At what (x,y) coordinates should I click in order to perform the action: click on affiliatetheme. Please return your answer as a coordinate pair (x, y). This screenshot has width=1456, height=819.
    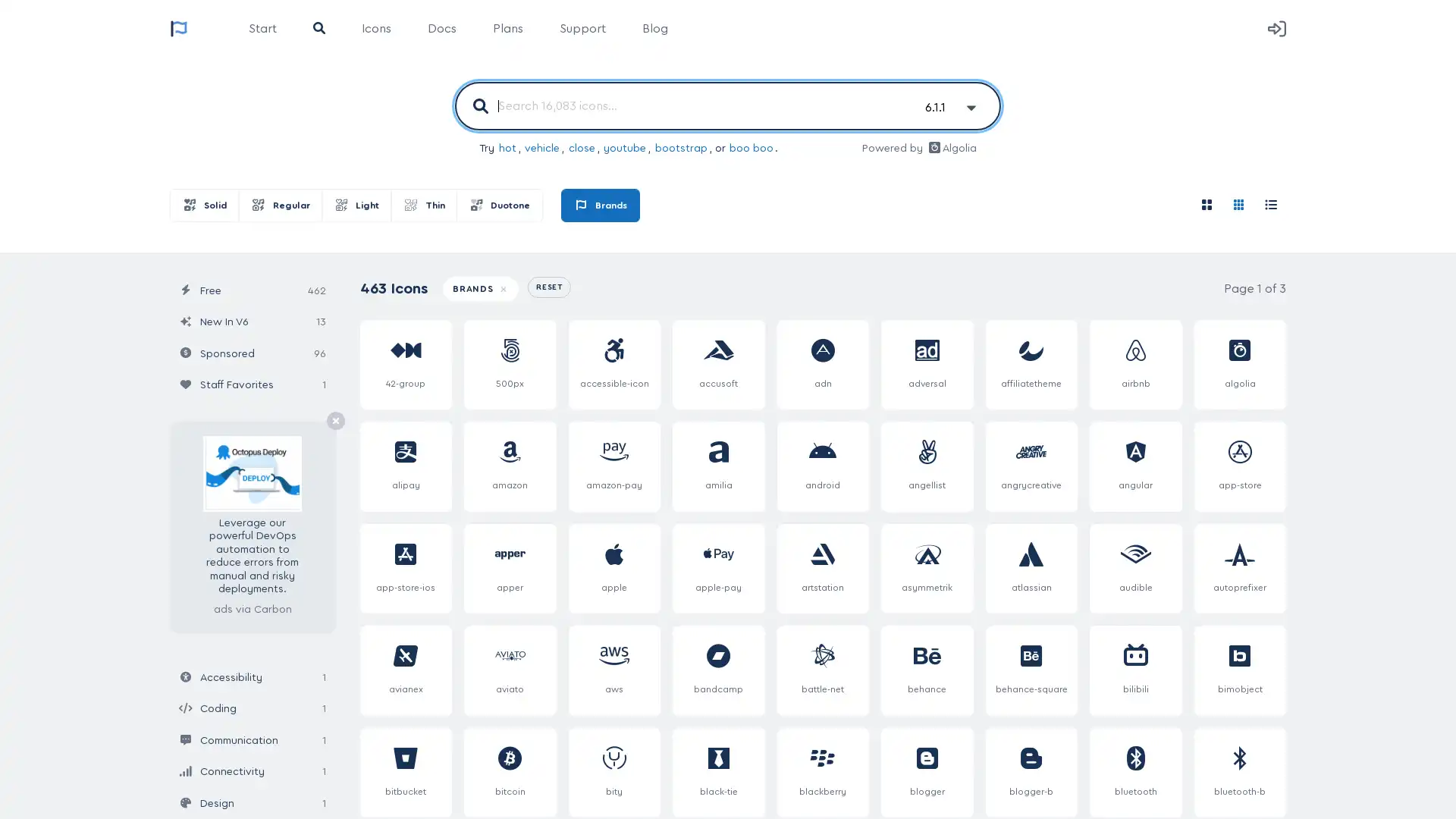
    Looking at the image, I should click on (1031, 375).